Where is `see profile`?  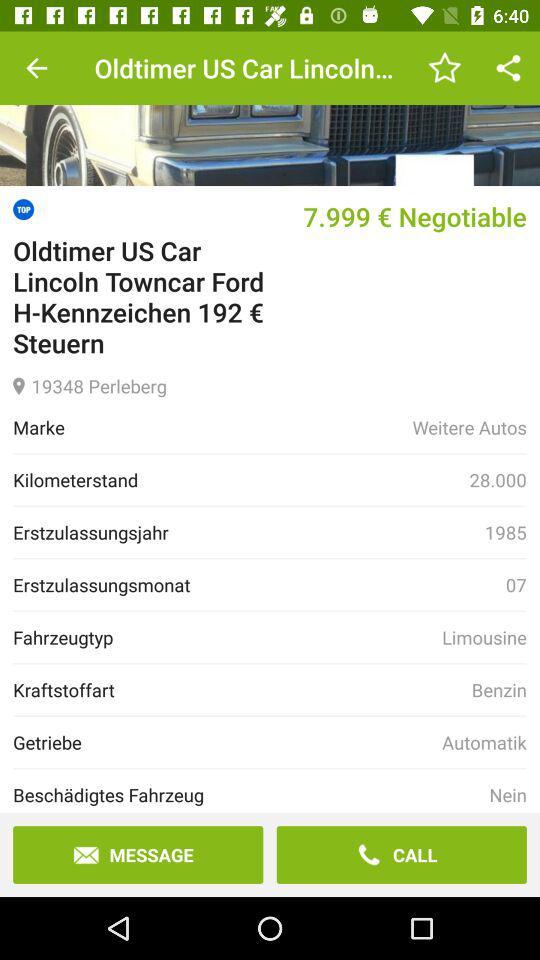
see profile is located at coordinates (270, 108).